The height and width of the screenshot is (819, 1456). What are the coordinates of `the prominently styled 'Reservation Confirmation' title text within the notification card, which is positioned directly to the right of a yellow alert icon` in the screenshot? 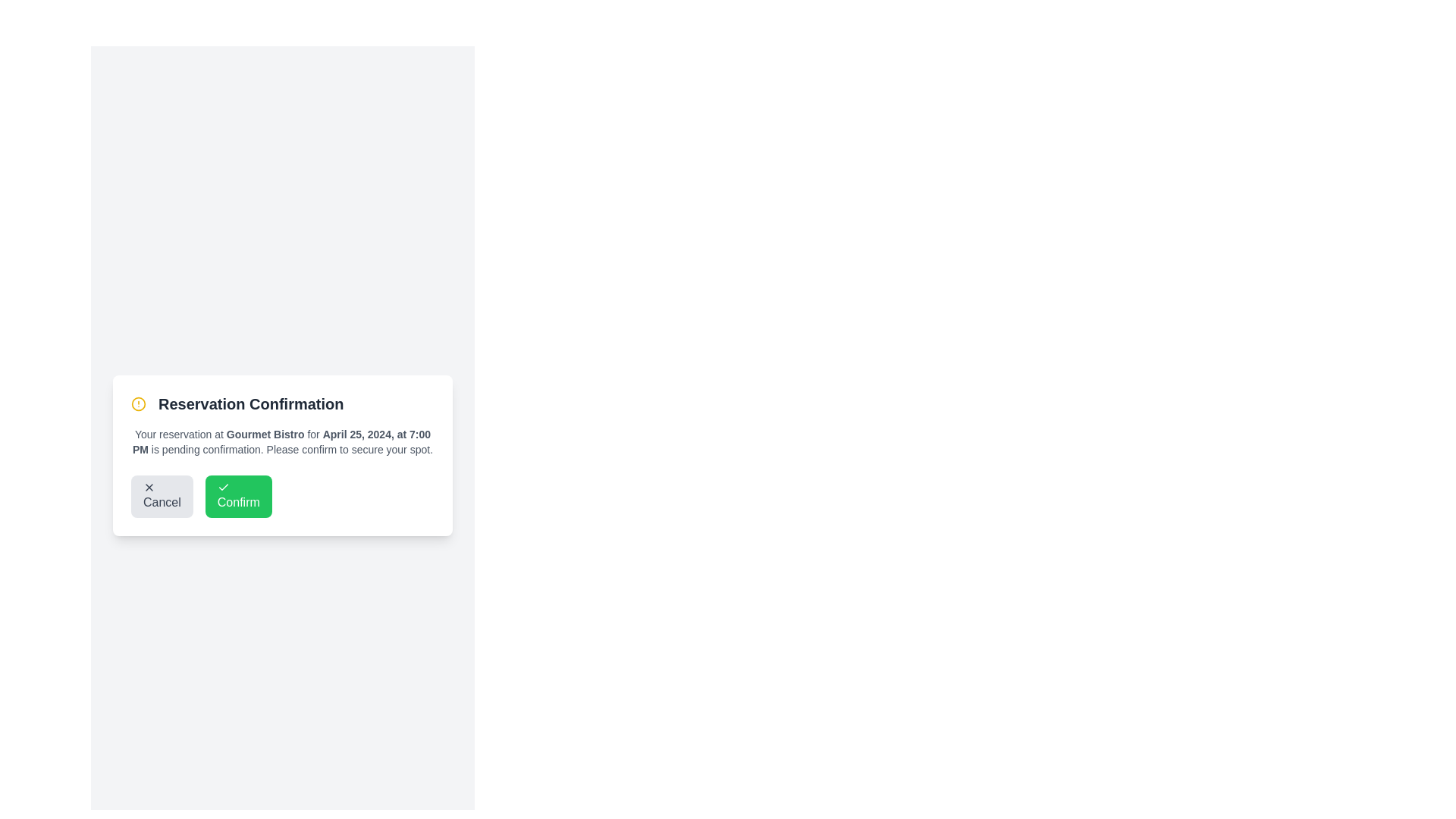 It's located at (251, 403).